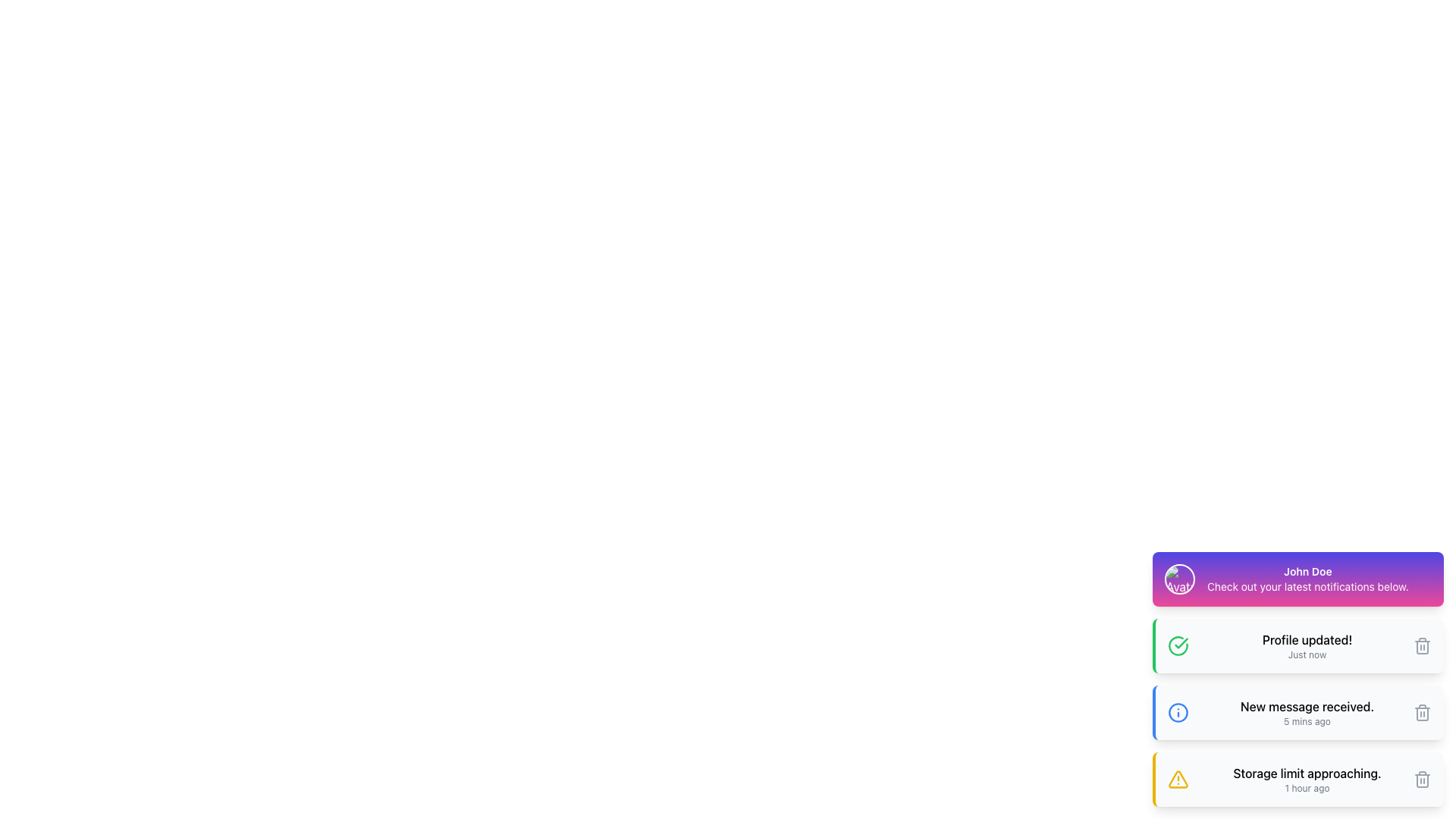 Image resolution: width=1456 pixels, height=819 pixels. Describe the element at coordinates (1178, 646) in the screenshot. I see `the positive status icon located in the upper-left corner of the first notification card, adjacent to the text 'Profile updated!'` at that location.